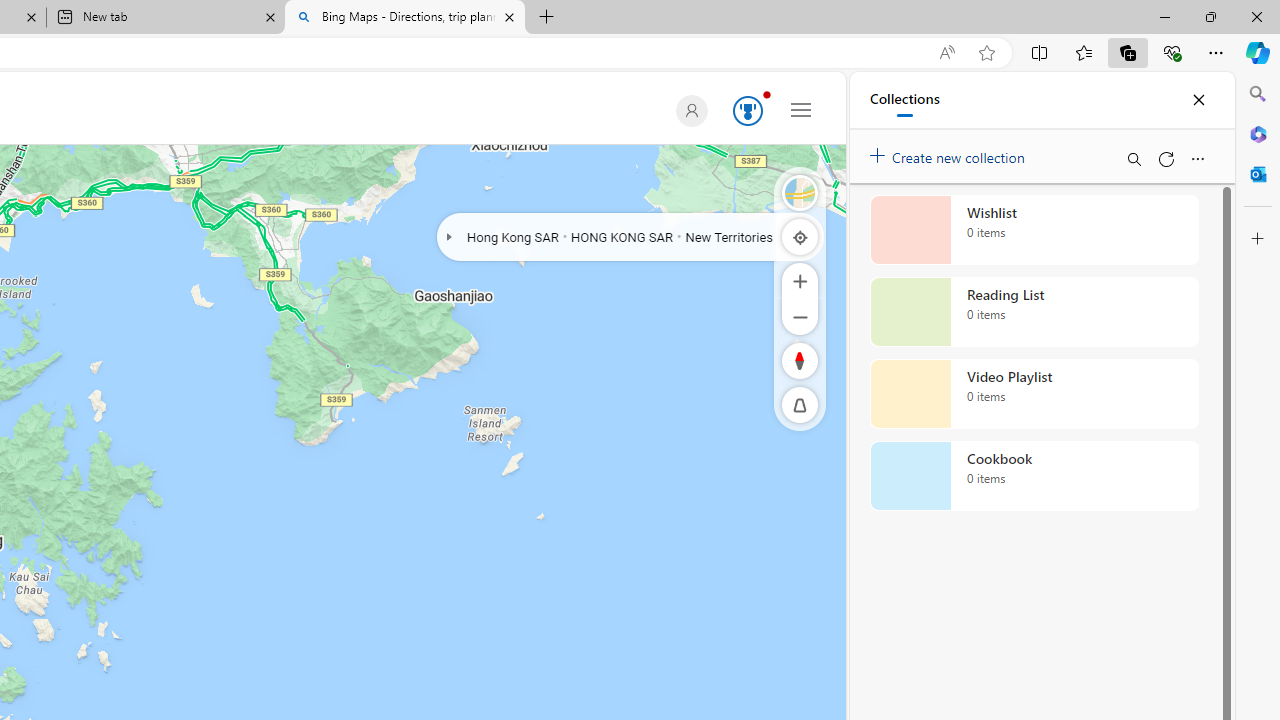  Describe the element at coordinates (1034, 475) in the screenshot. I see `'Cookbook collection, 0 items'` at that location.